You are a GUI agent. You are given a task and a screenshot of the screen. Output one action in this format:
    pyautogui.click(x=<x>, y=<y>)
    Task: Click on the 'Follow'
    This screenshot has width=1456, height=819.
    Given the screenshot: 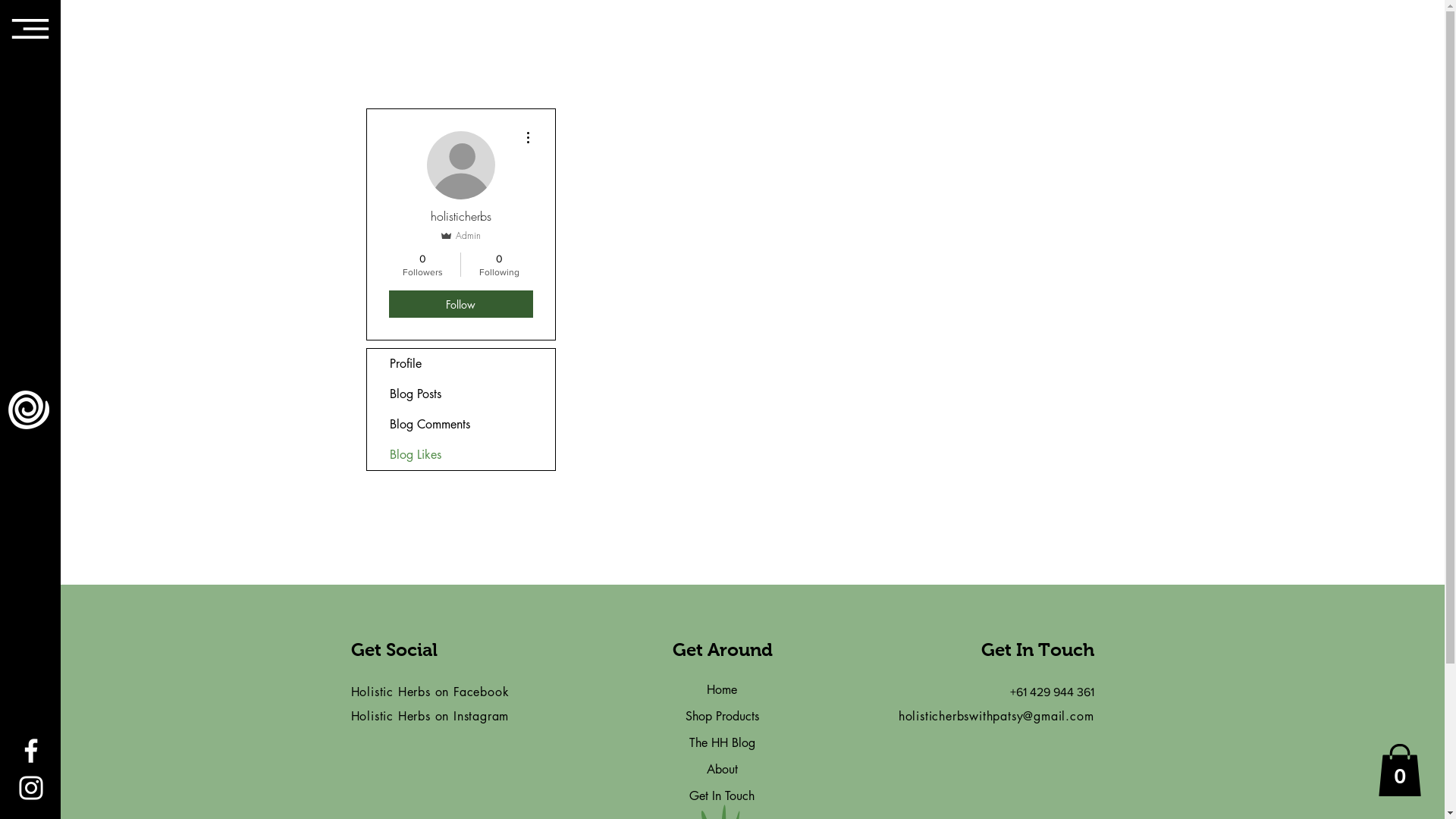 What is the action you would take?
    pyautogui.click(x=459, y=304)
    